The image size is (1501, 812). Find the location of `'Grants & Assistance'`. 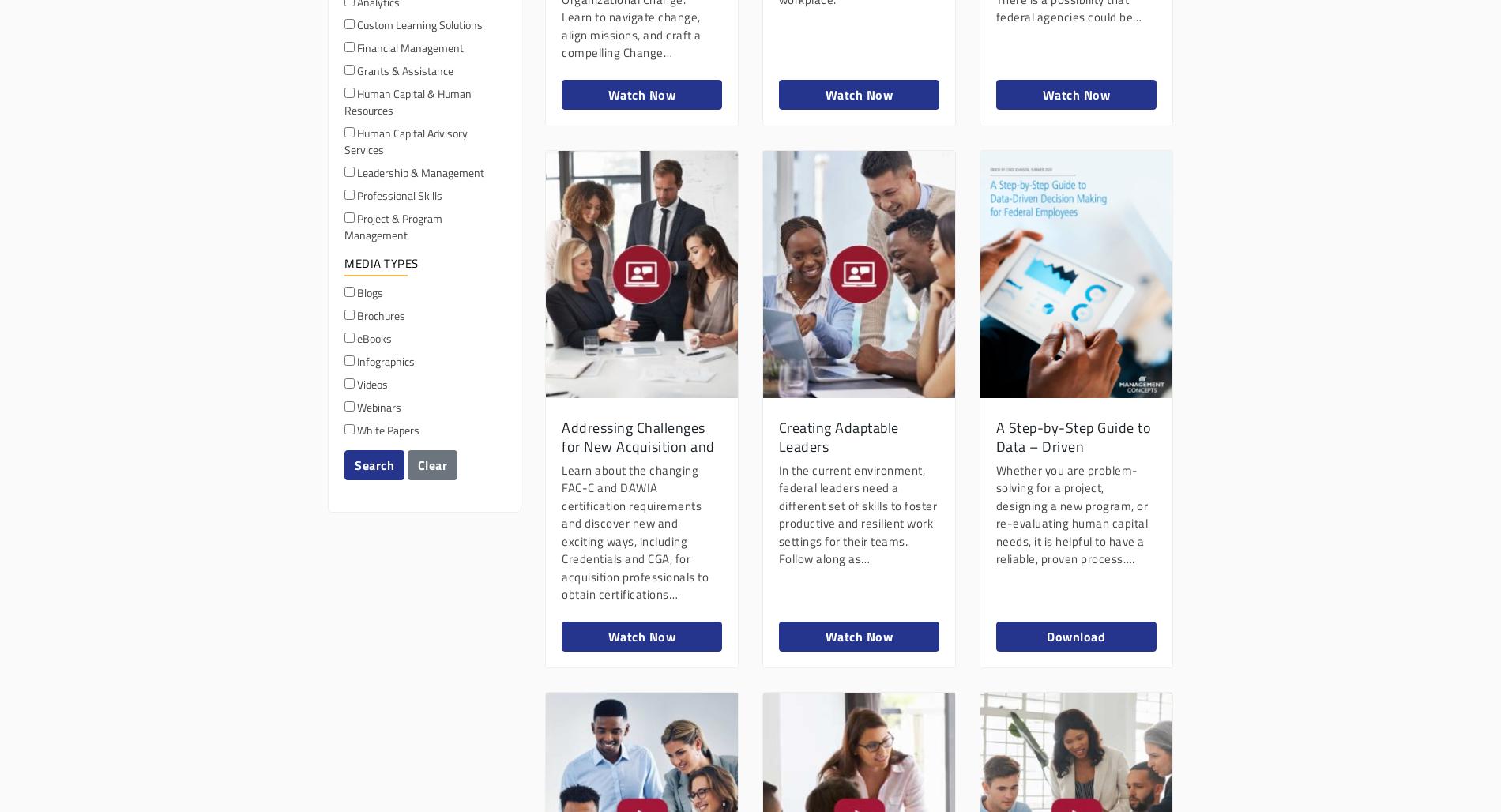

'Grants & Assistance' is located at coordinates (404, 69).